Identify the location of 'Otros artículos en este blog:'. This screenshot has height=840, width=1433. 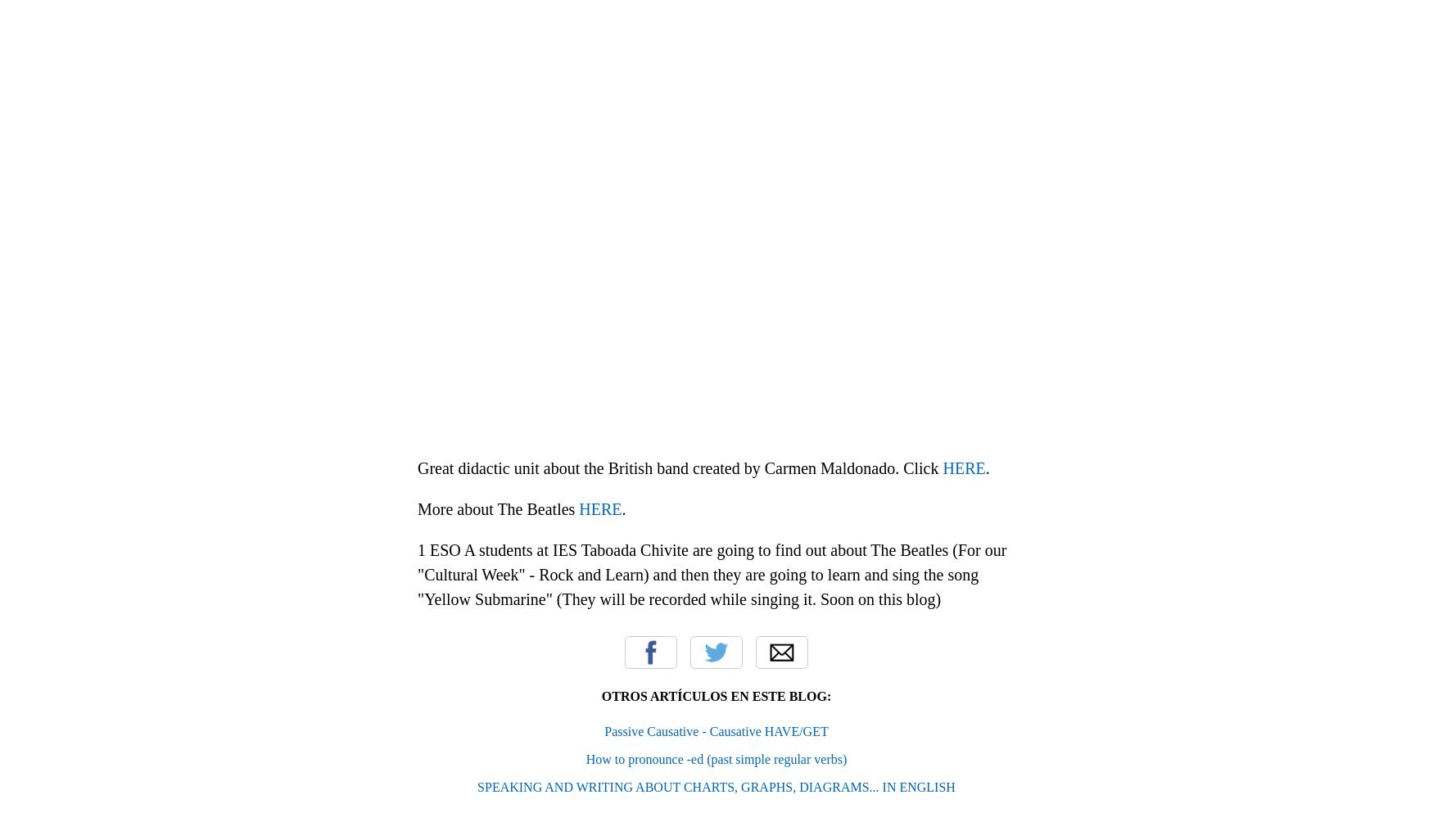
(716, 695).